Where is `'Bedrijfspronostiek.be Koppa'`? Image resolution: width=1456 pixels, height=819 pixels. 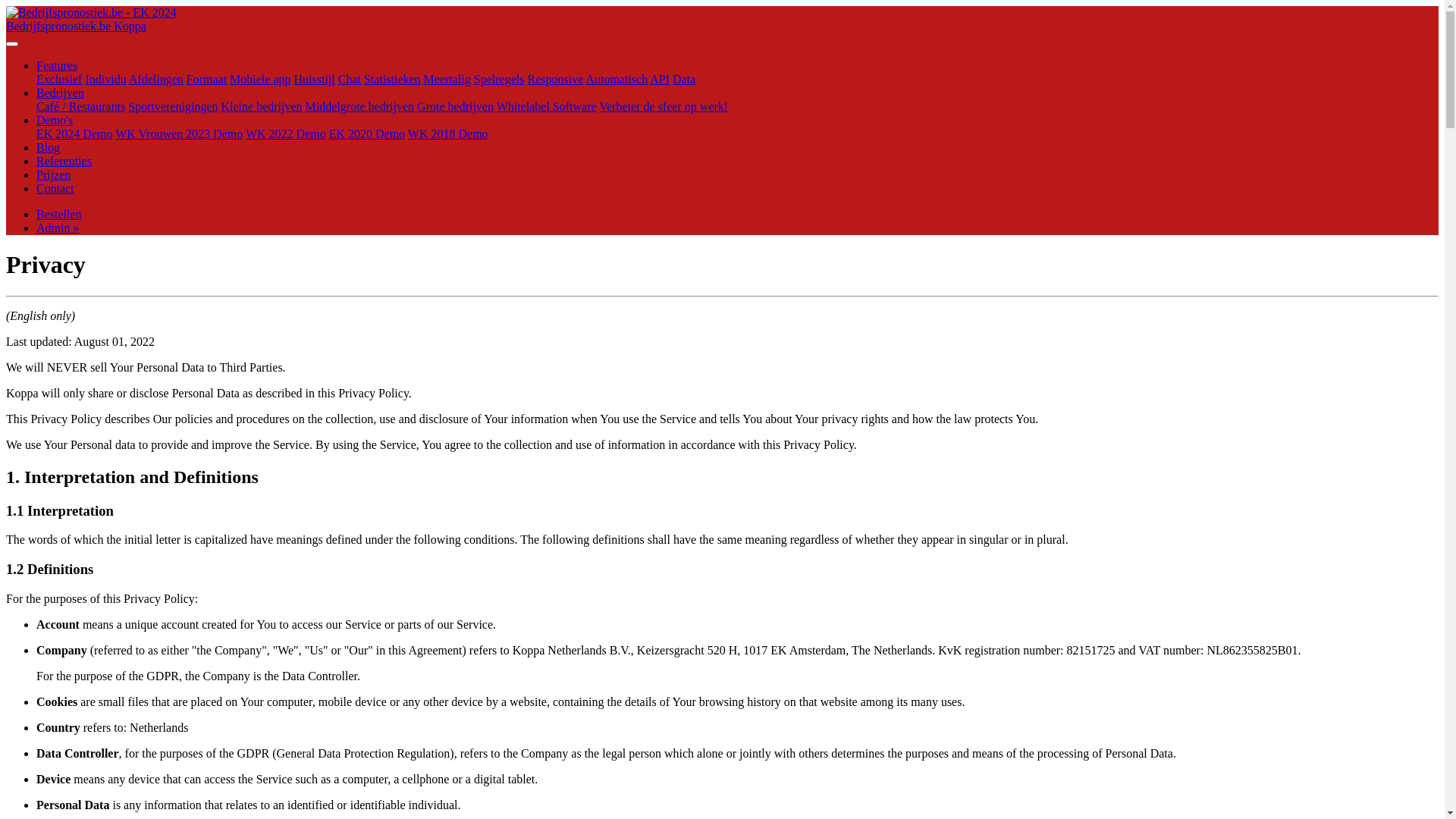 'Bedrijfspronostiek.be Koppa' is located at coordinates (6, 26).